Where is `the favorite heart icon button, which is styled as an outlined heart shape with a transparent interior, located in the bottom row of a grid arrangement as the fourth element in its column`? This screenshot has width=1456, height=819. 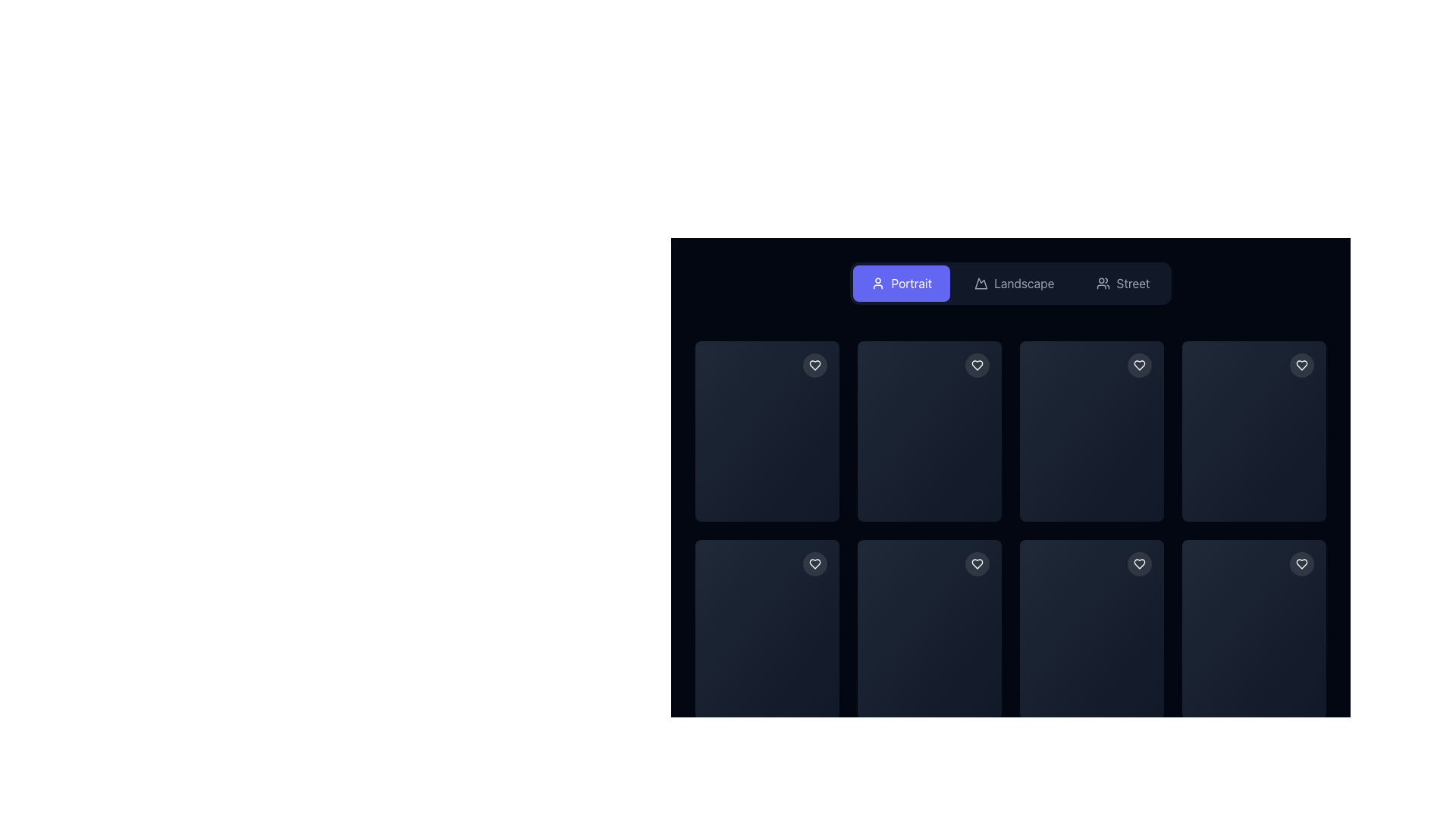
the favorite heart icon button, which is styled as an outlined heart shape with a transparent interior, located in the bottom row of a grid arrangement as the fourth element in its column is located at coordinates (1139, 563).